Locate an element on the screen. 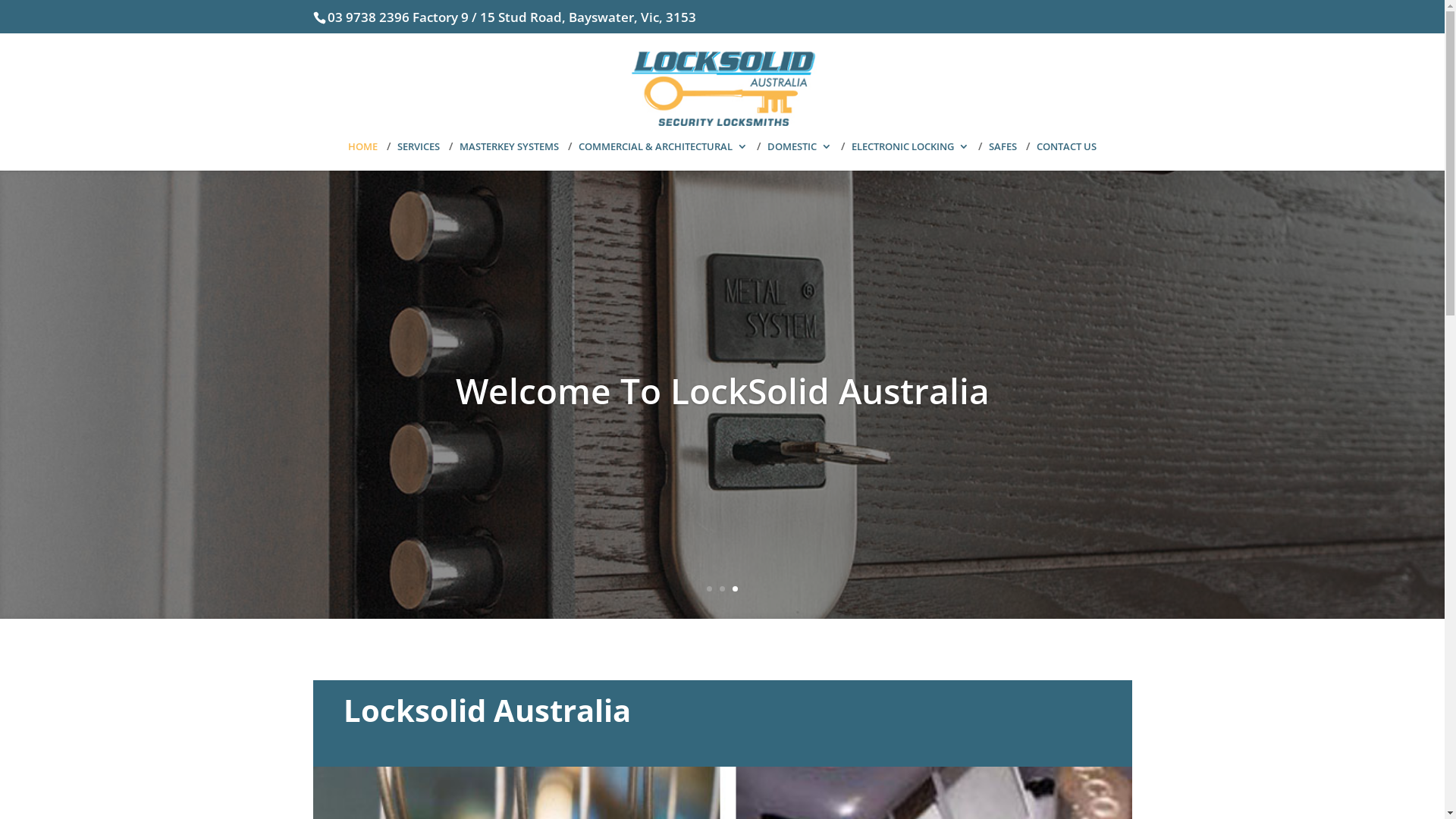 This screenshot has height=819, width=1456. '3' is located at coordinates (735, 588).